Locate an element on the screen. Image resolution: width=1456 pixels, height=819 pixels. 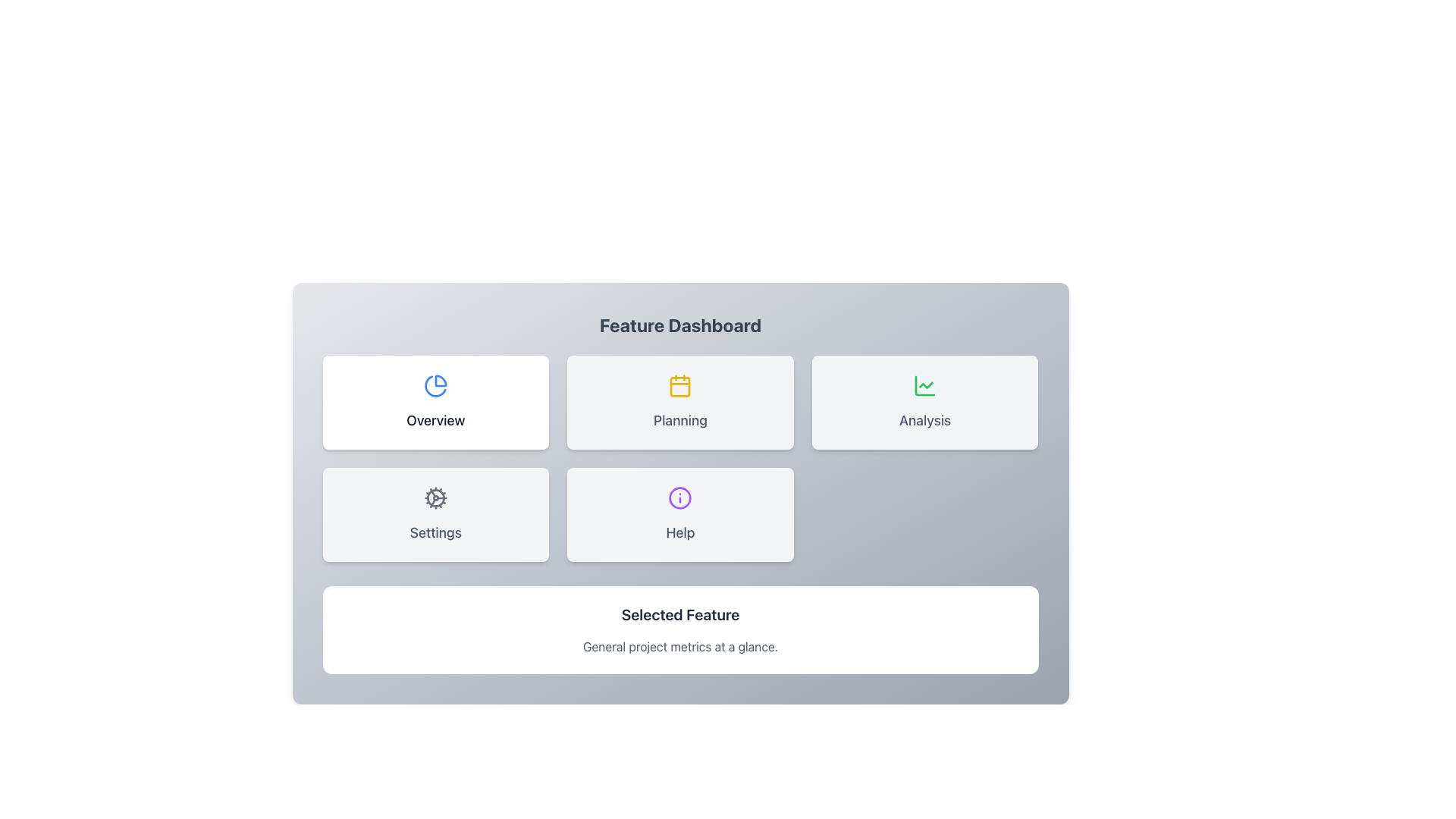
the button in the central column of the top row of the grid layout is located at coordinates (679, 402).